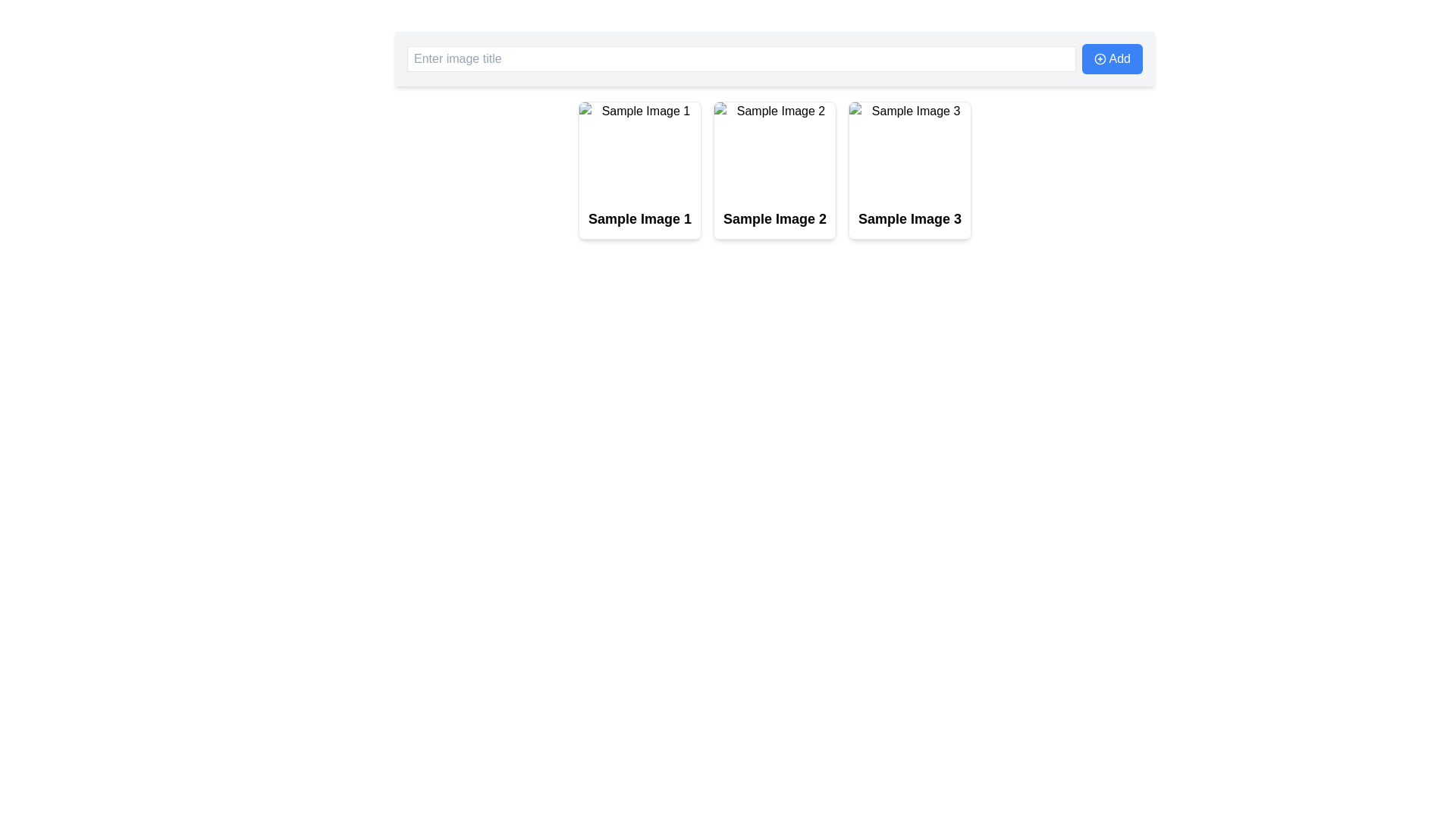 This screenshot has height=819, width=1456. What do you see at coordinates (775, 219) in the screenshot?
I see `the second text label associated with the second card in the layout, which is centrally located under the card` at bounding box center [775, 219].